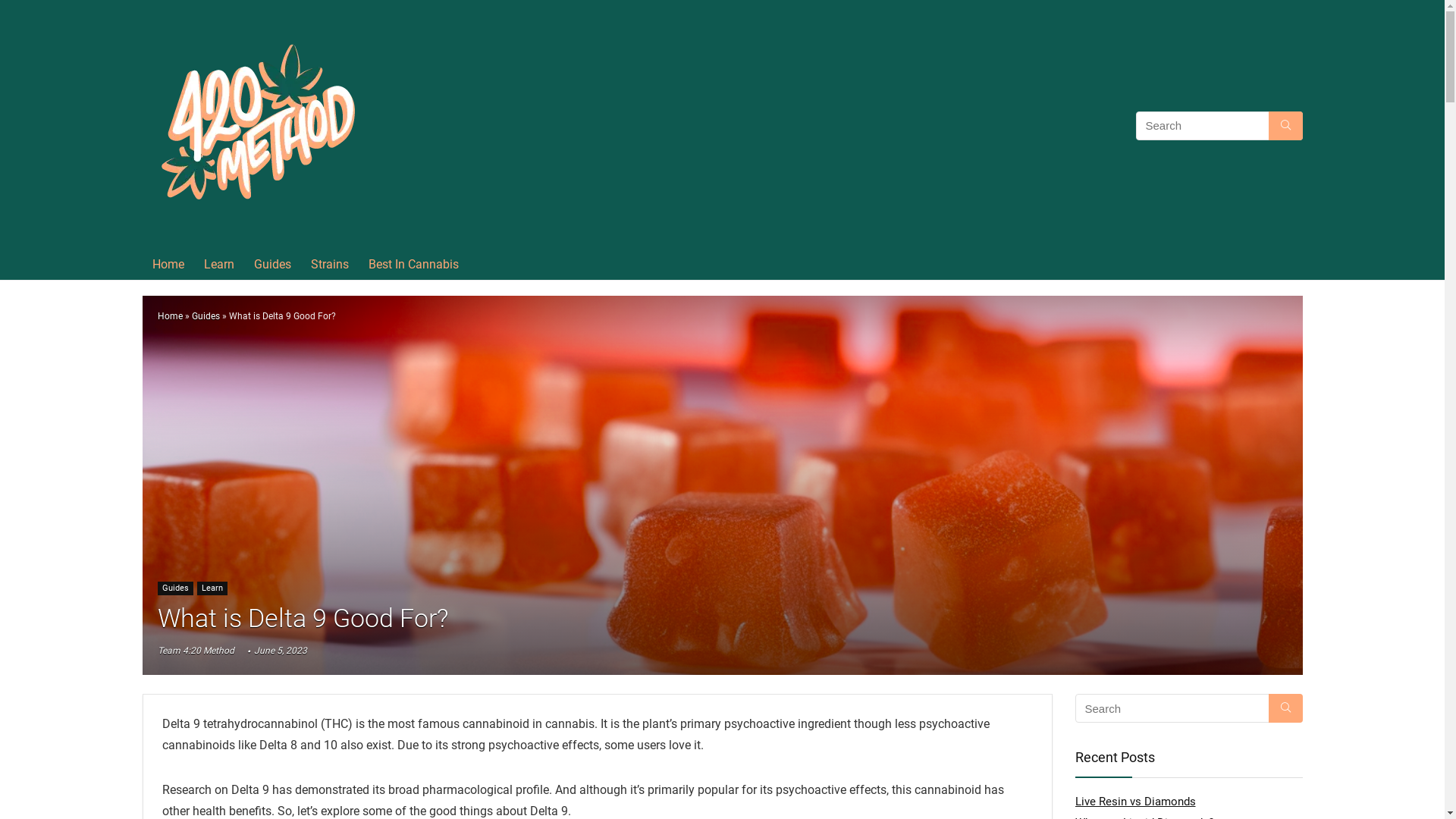 This screenshot has width=1456, height=819. What do you see at coordinates (168, 265) in the screenshot?
I see `'Home'` at bounding box center [168, 265].